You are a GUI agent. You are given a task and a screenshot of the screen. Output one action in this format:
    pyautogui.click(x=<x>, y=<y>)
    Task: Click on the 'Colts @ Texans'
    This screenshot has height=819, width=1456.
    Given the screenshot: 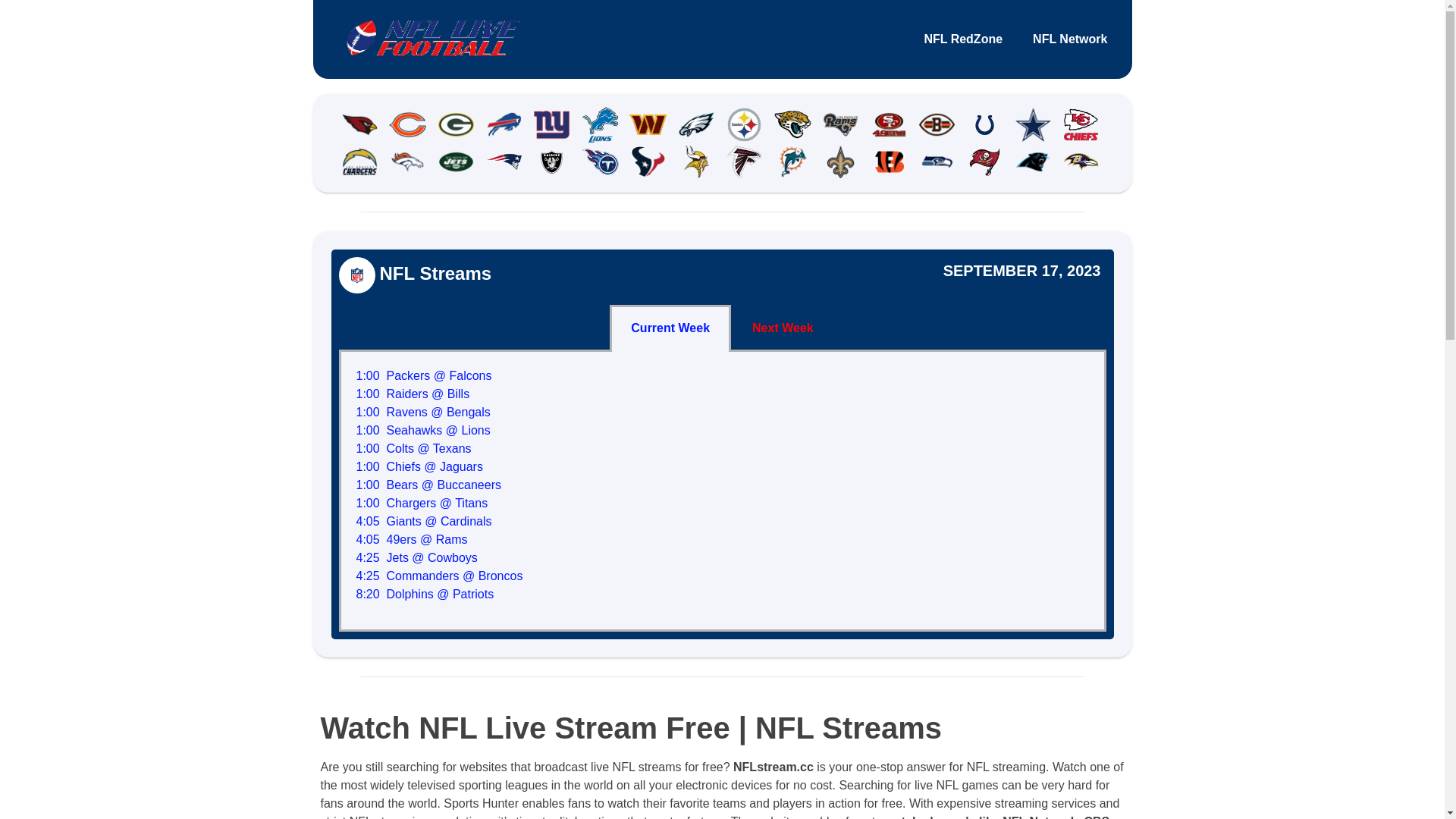 What is the action you would take?
    pyautogui.click(x=428, y=447)
    